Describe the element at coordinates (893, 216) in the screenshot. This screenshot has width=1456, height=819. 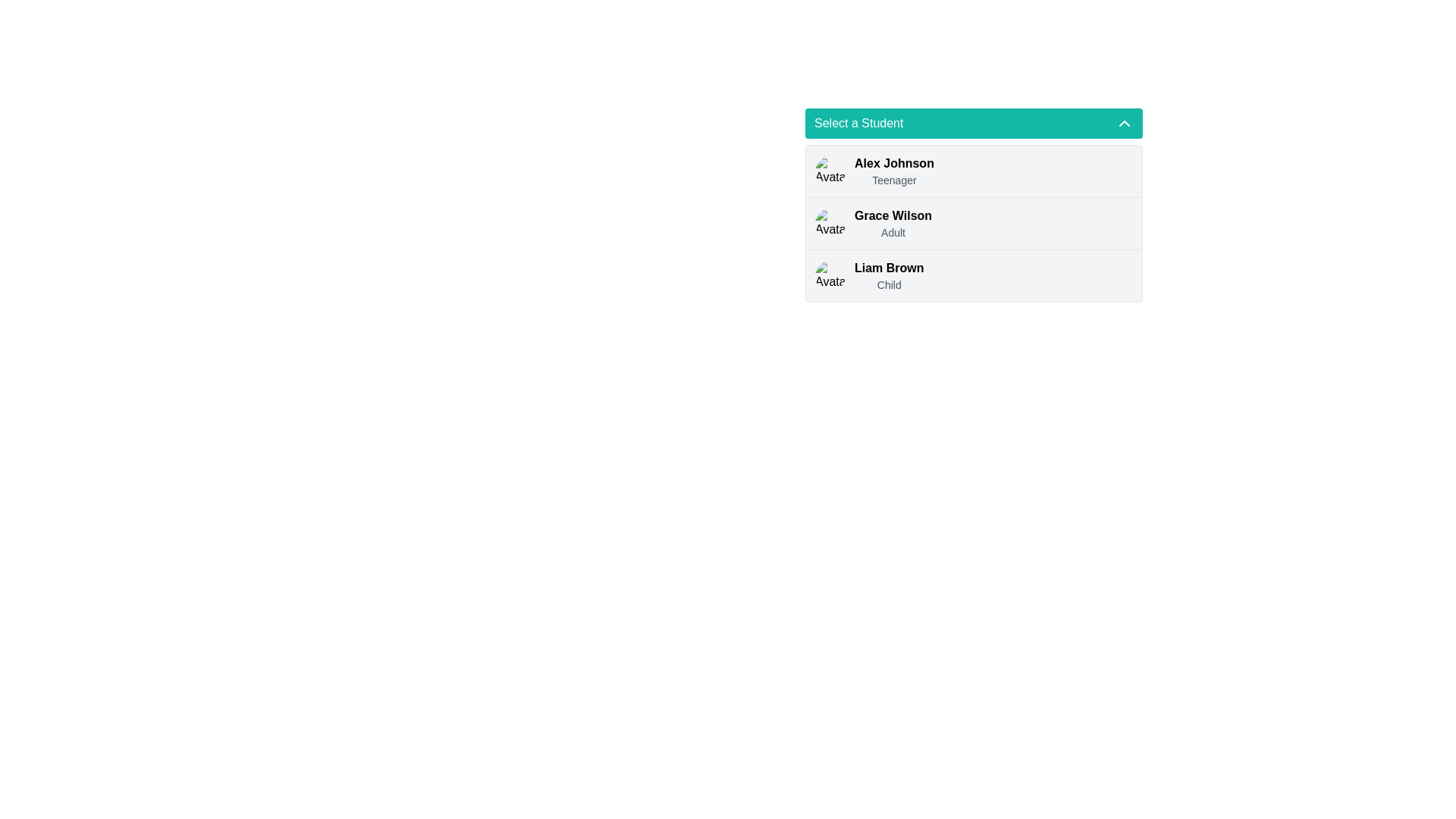
I see `the static text label 'Grace Wilson' in the selection list` at that location.